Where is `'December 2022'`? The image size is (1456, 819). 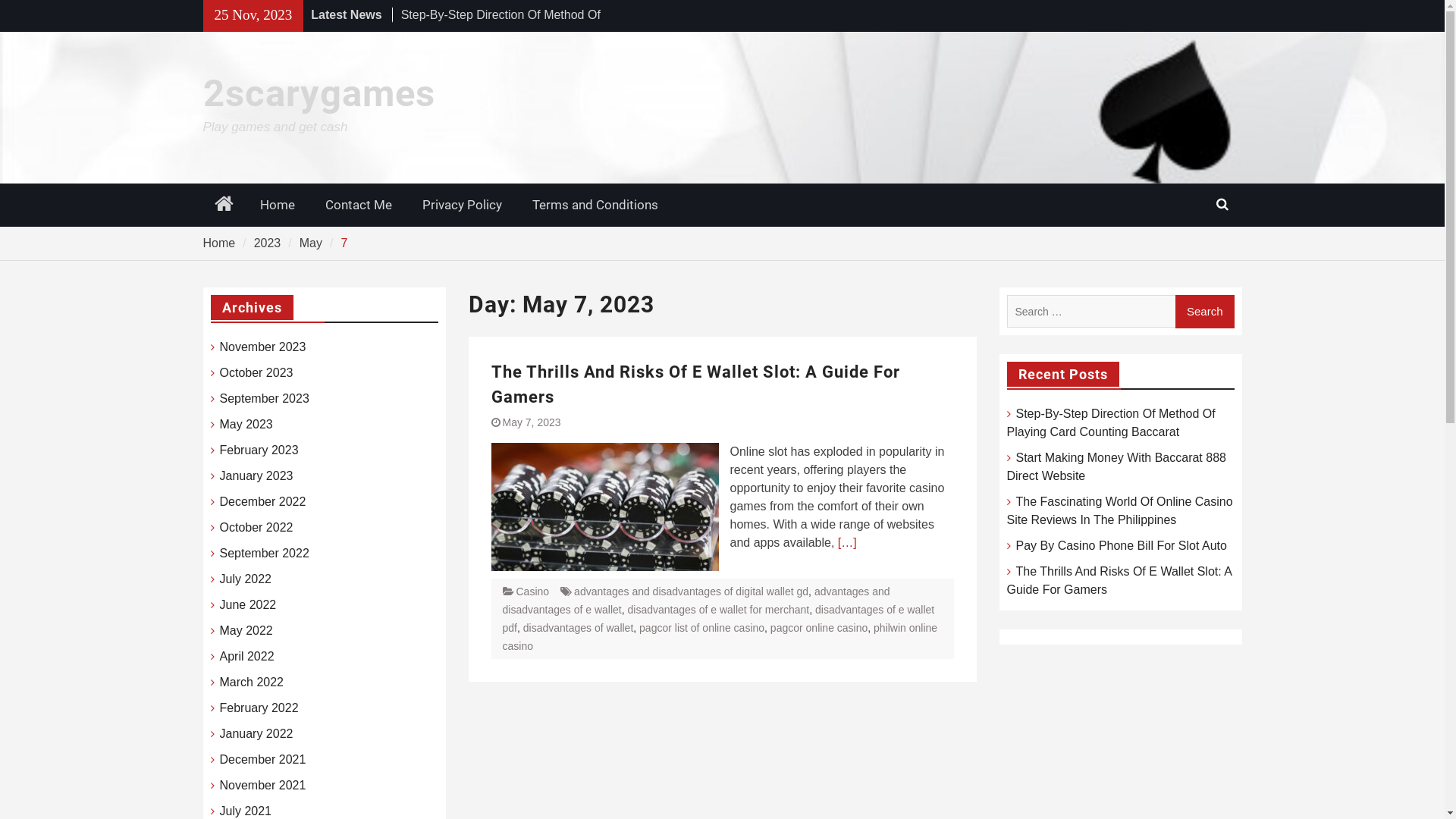 'December 2022' is located at coordinates (262, 502).